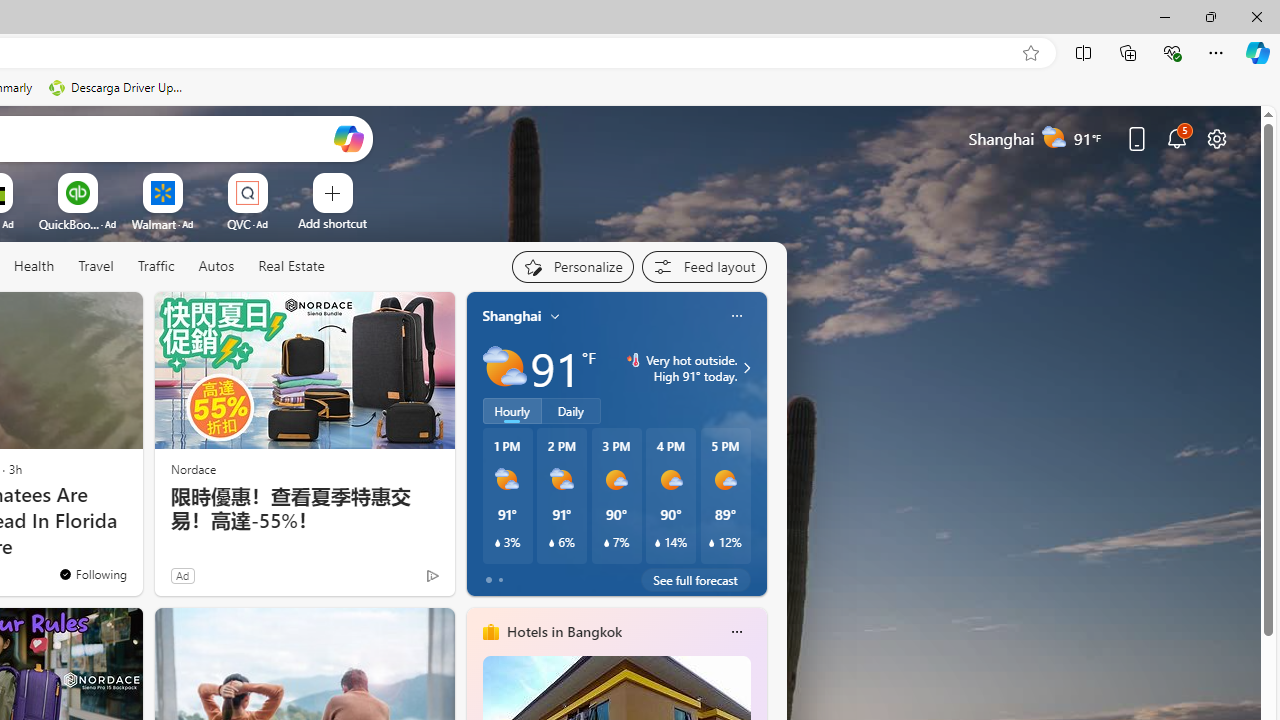 The image size is (1280, 720). I want to click on 'You', so click(91, 573).